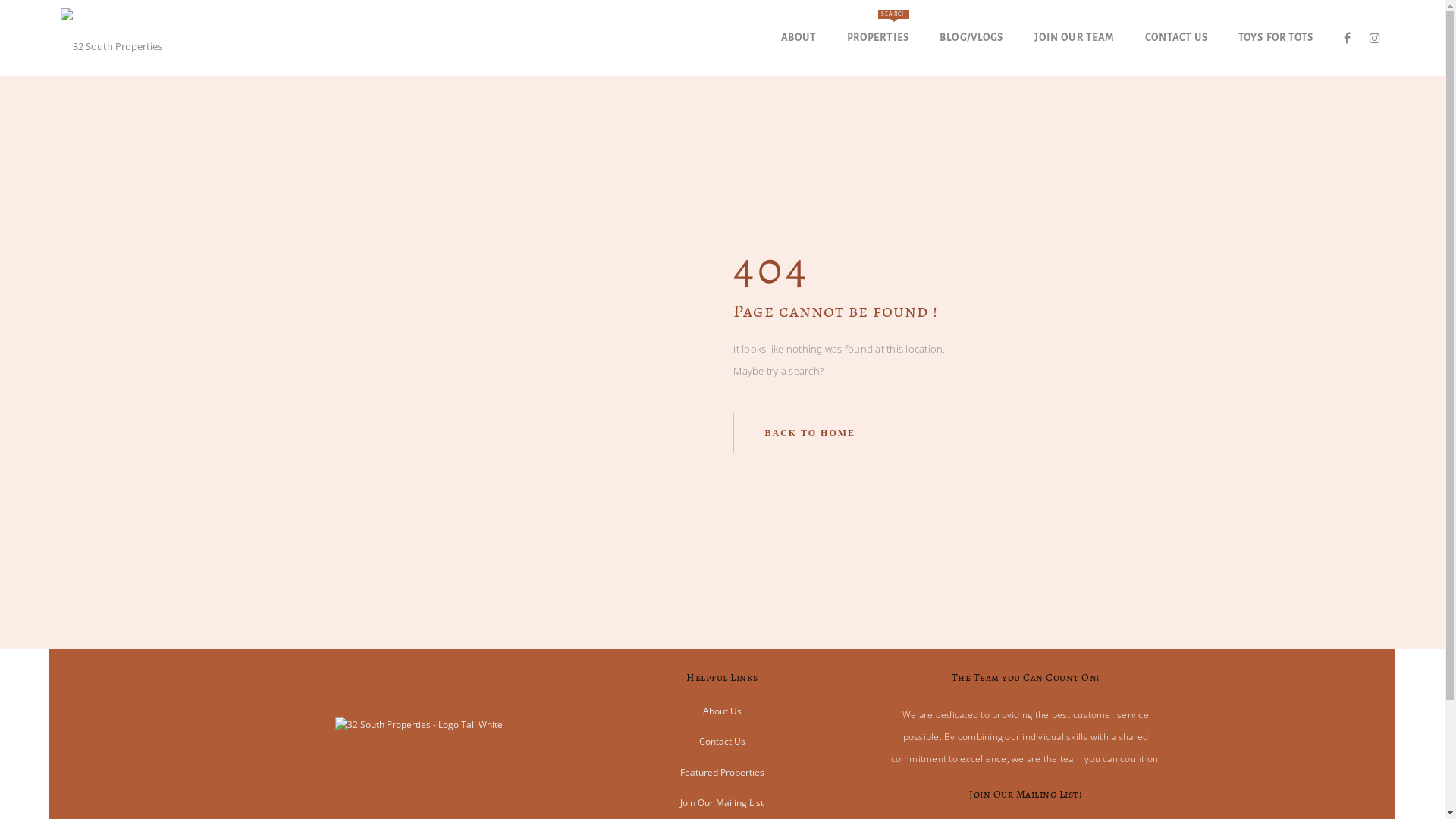 This screenshot has width=1456, height=819. What do you see at coordinates (809, 432) in the screenshot?
I see `'BACK TO HOME'` at bounding box center [809, 432].